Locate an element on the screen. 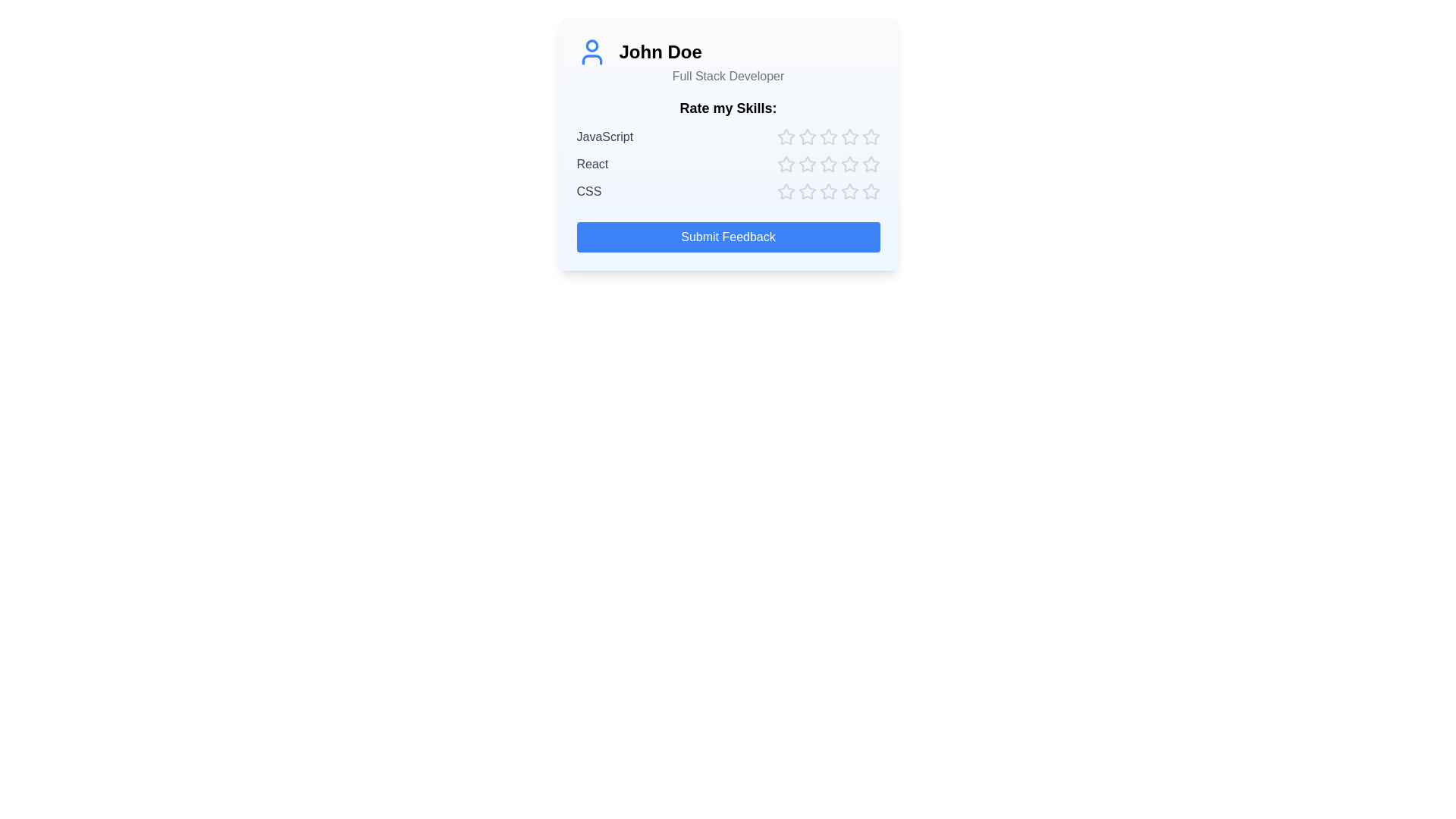  the skill name to select its text is located at coordinates (604, 137).